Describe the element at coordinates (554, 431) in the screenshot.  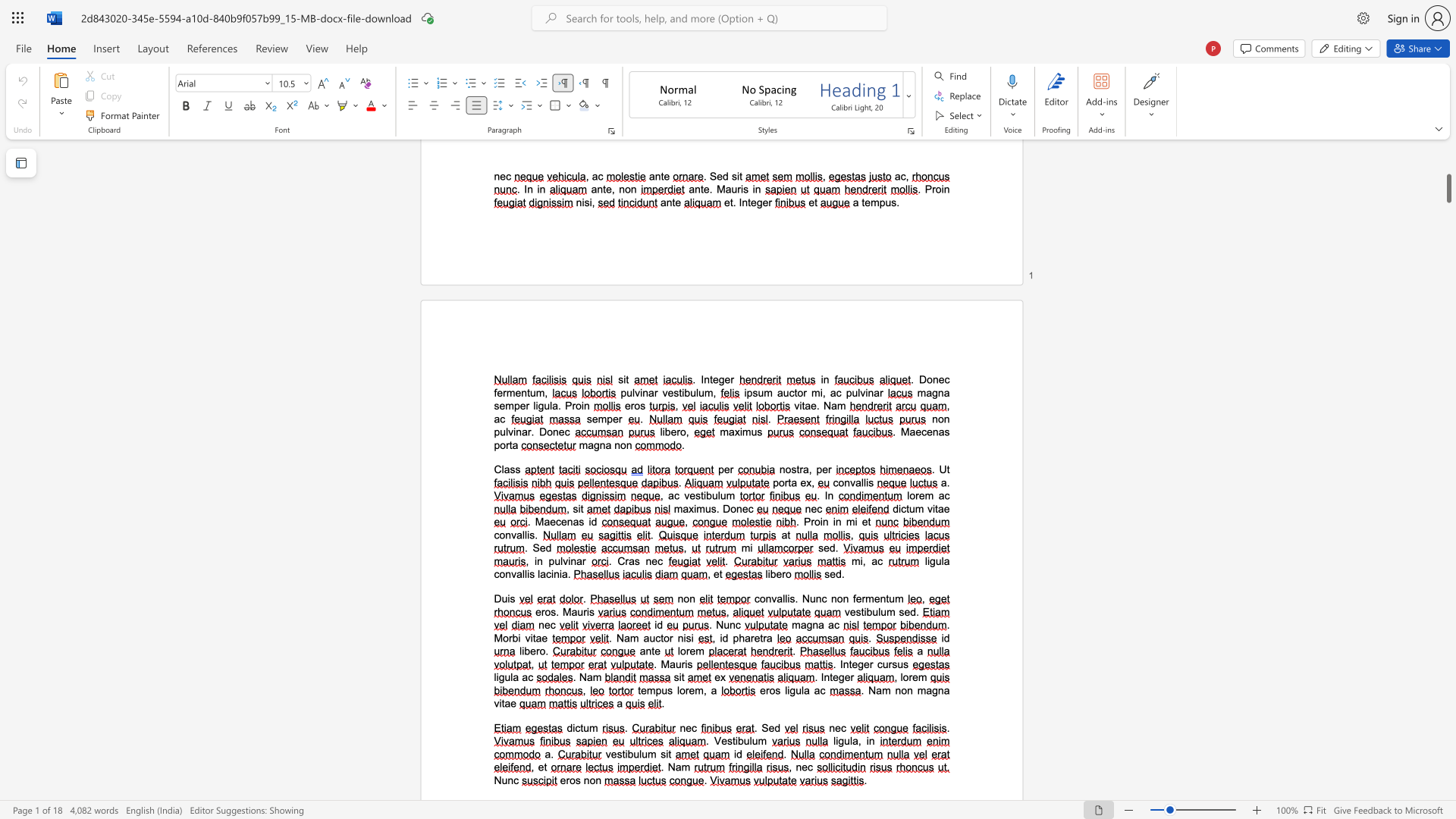
I see `the 4th character "n" in the text` at that location.